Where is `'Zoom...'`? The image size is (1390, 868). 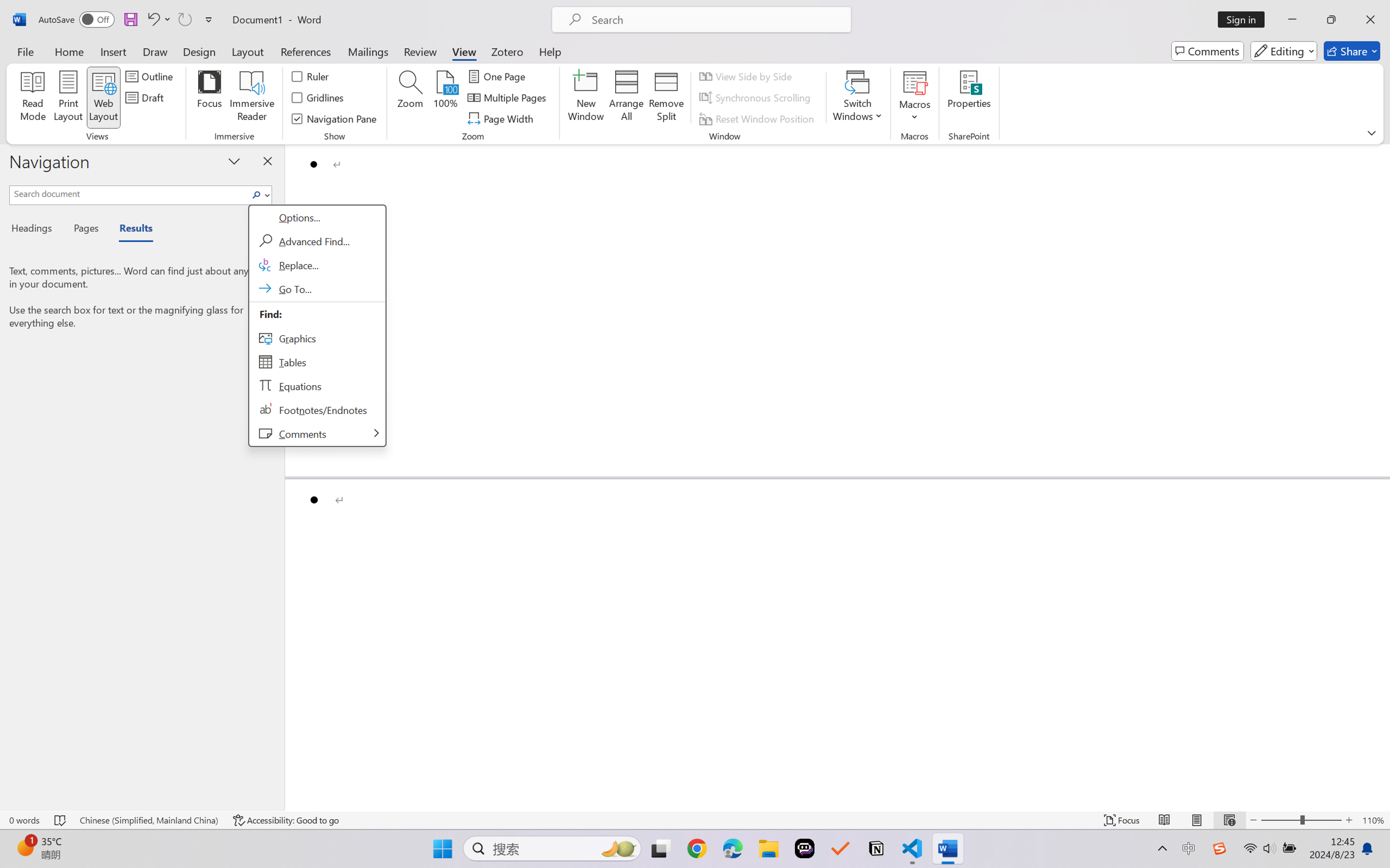
'Zoom...' is located at coordinates (410, 98).